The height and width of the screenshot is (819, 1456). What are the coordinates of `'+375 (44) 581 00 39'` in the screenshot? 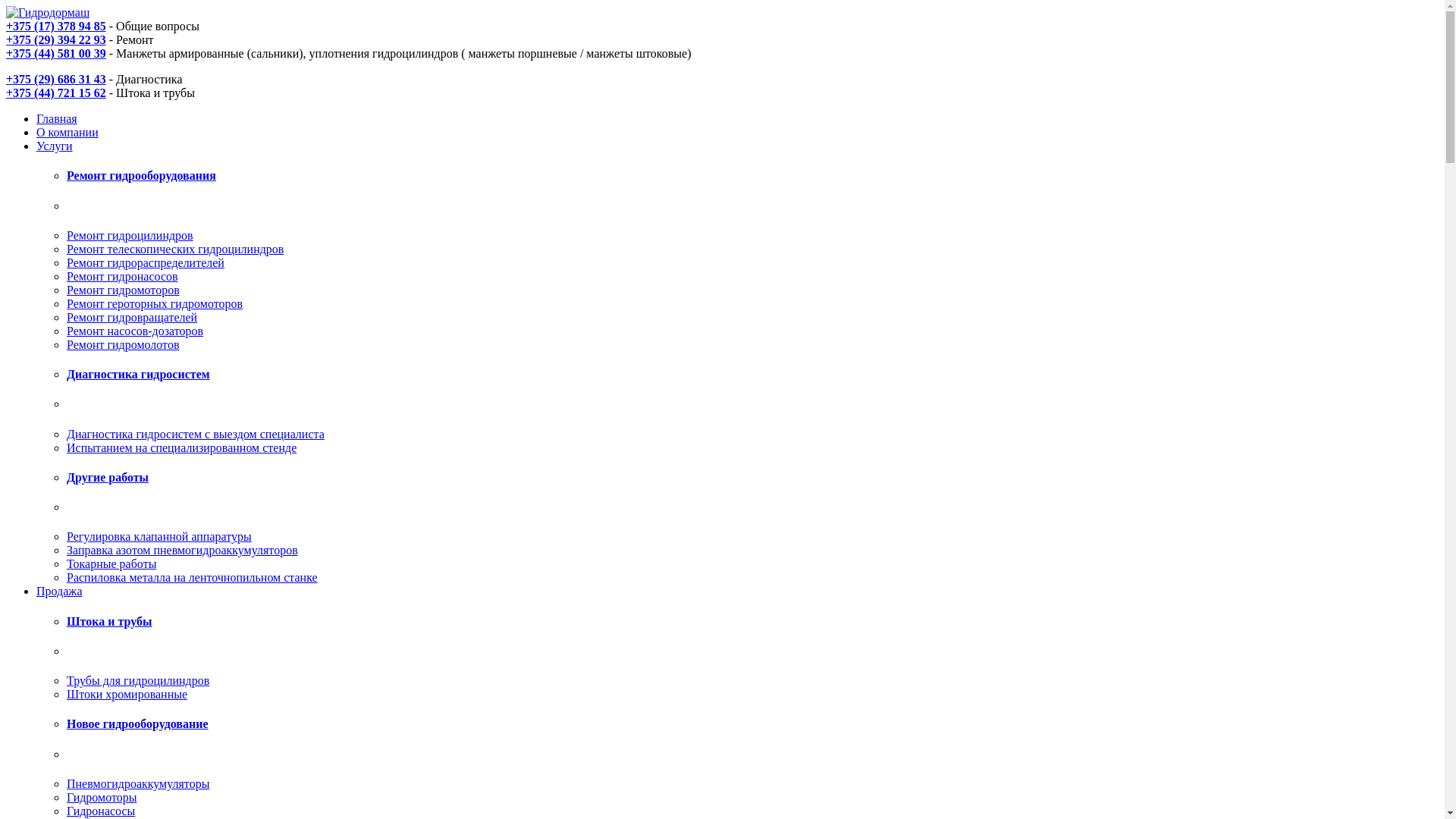 It's located at (55, 52).